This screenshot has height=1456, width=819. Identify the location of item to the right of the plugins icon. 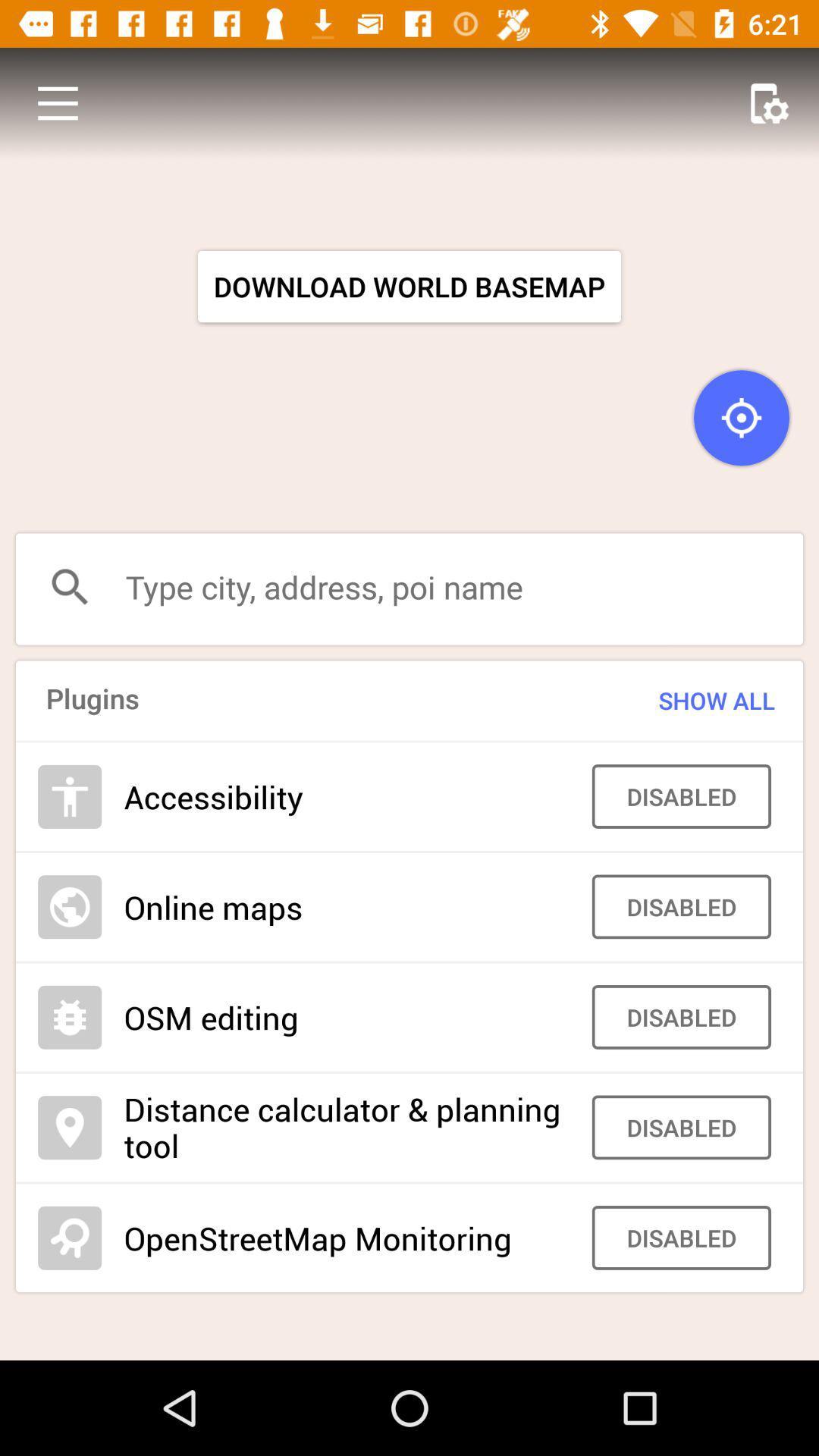
(687, 700).